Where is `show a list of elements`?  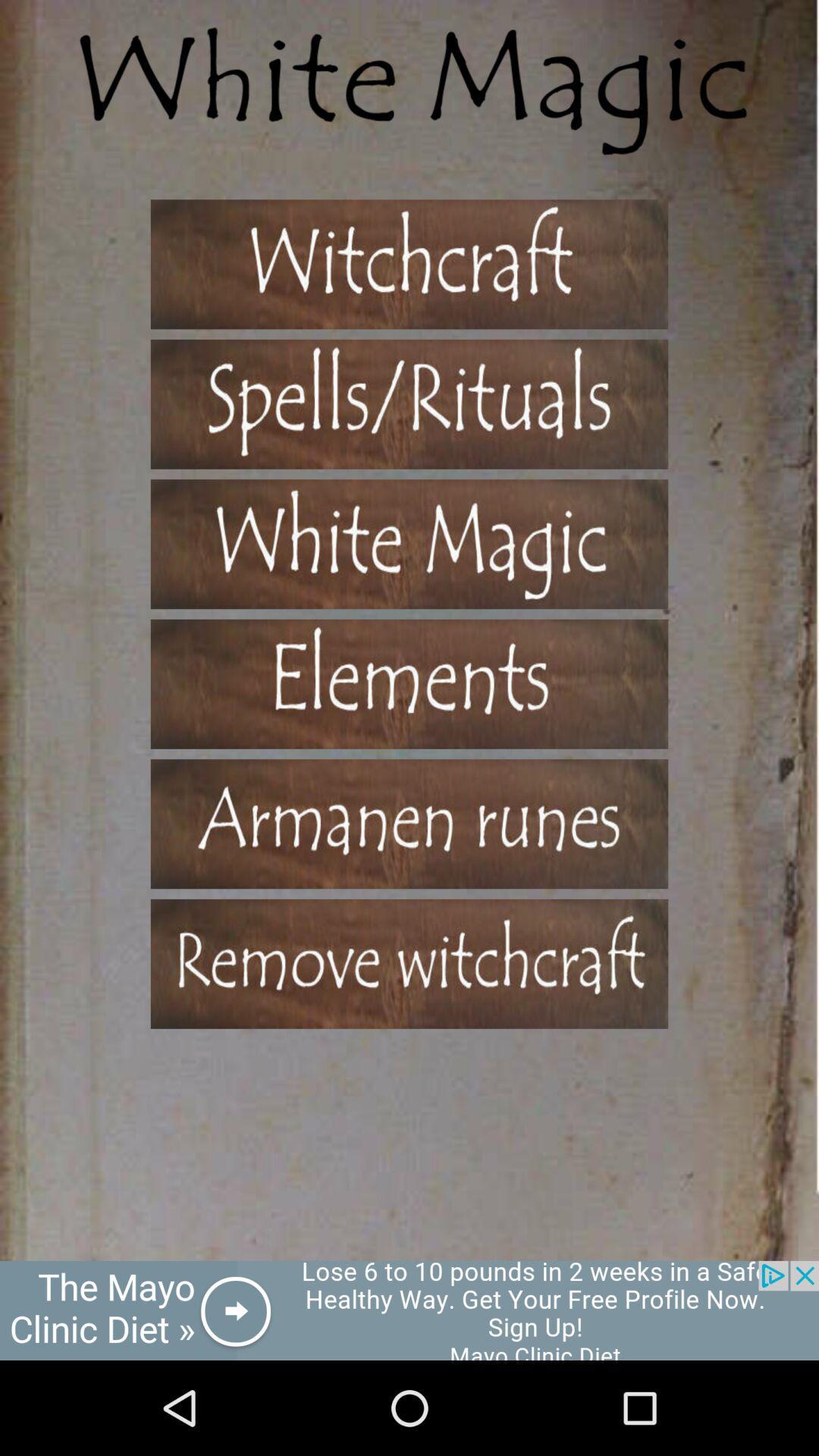
show a list of elements is located at coordinates (409, 683).